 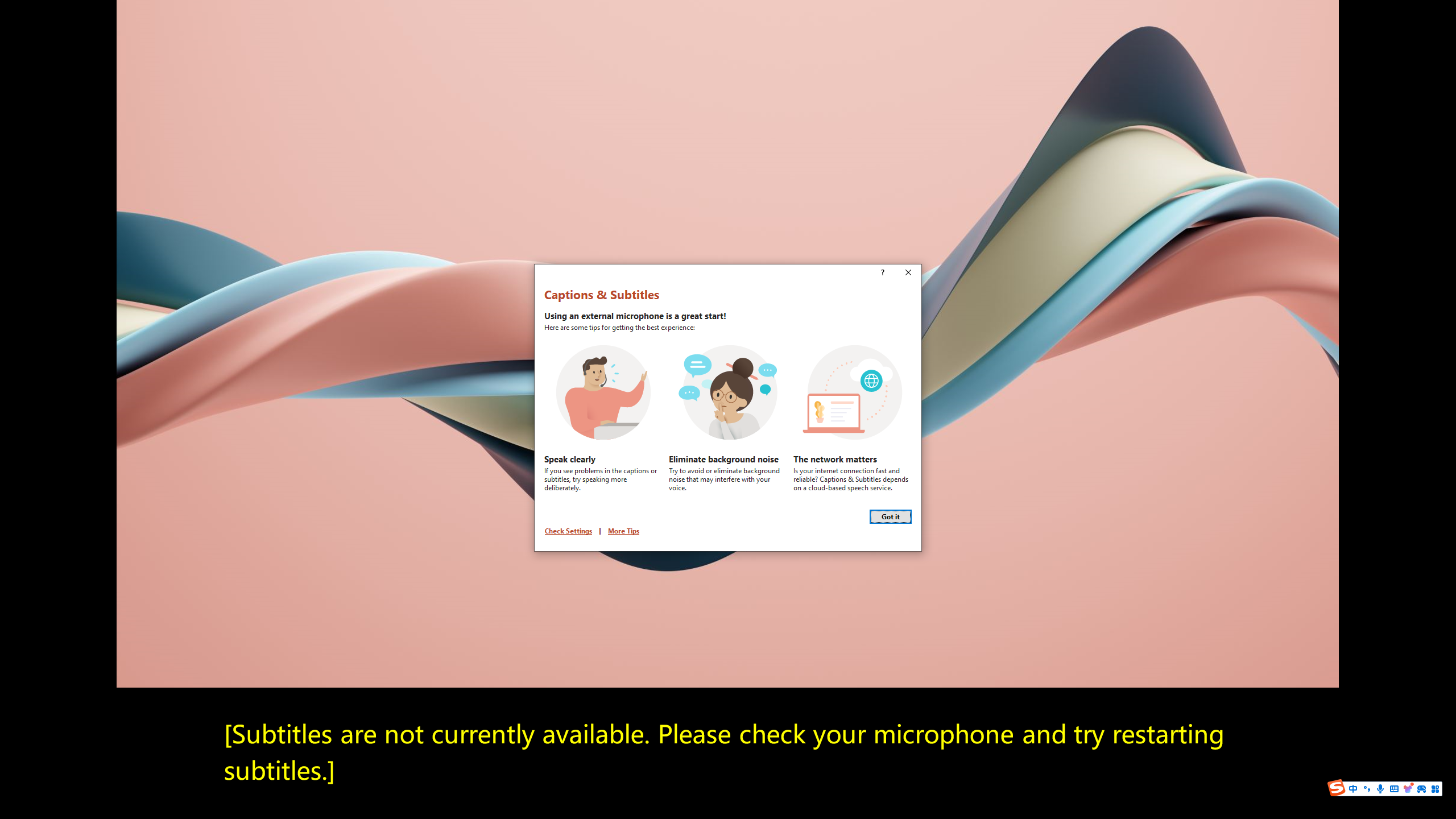 What do you see at coordinates (623, 530) in the screenshot?
I see `'More Tips'` at bounding box center [623, 530].